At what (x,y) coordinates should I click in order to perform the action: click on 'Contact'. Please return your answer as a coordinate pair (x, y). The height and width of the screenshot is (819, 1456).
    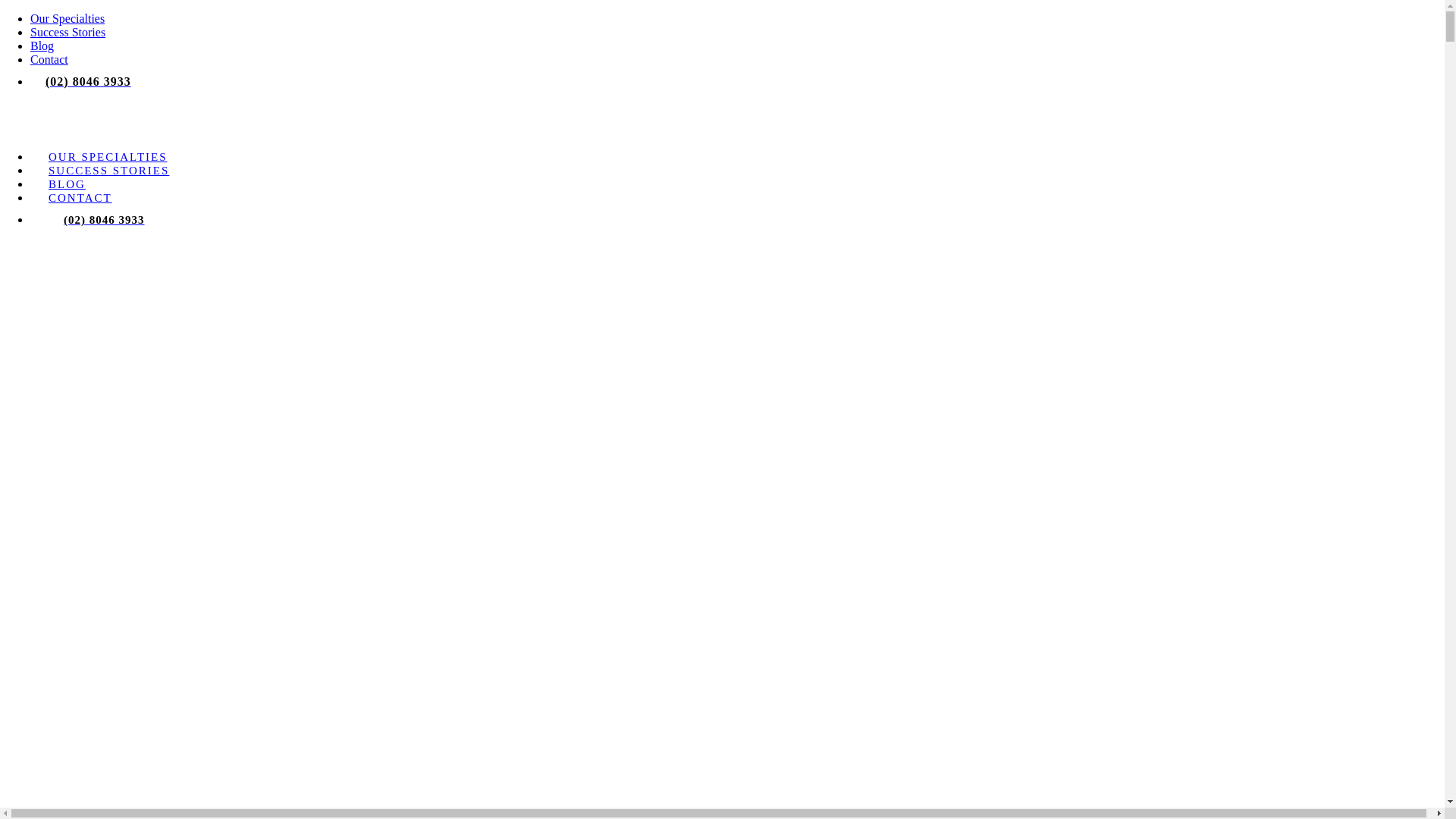
    Looking at the image, I should click on (49, 58).